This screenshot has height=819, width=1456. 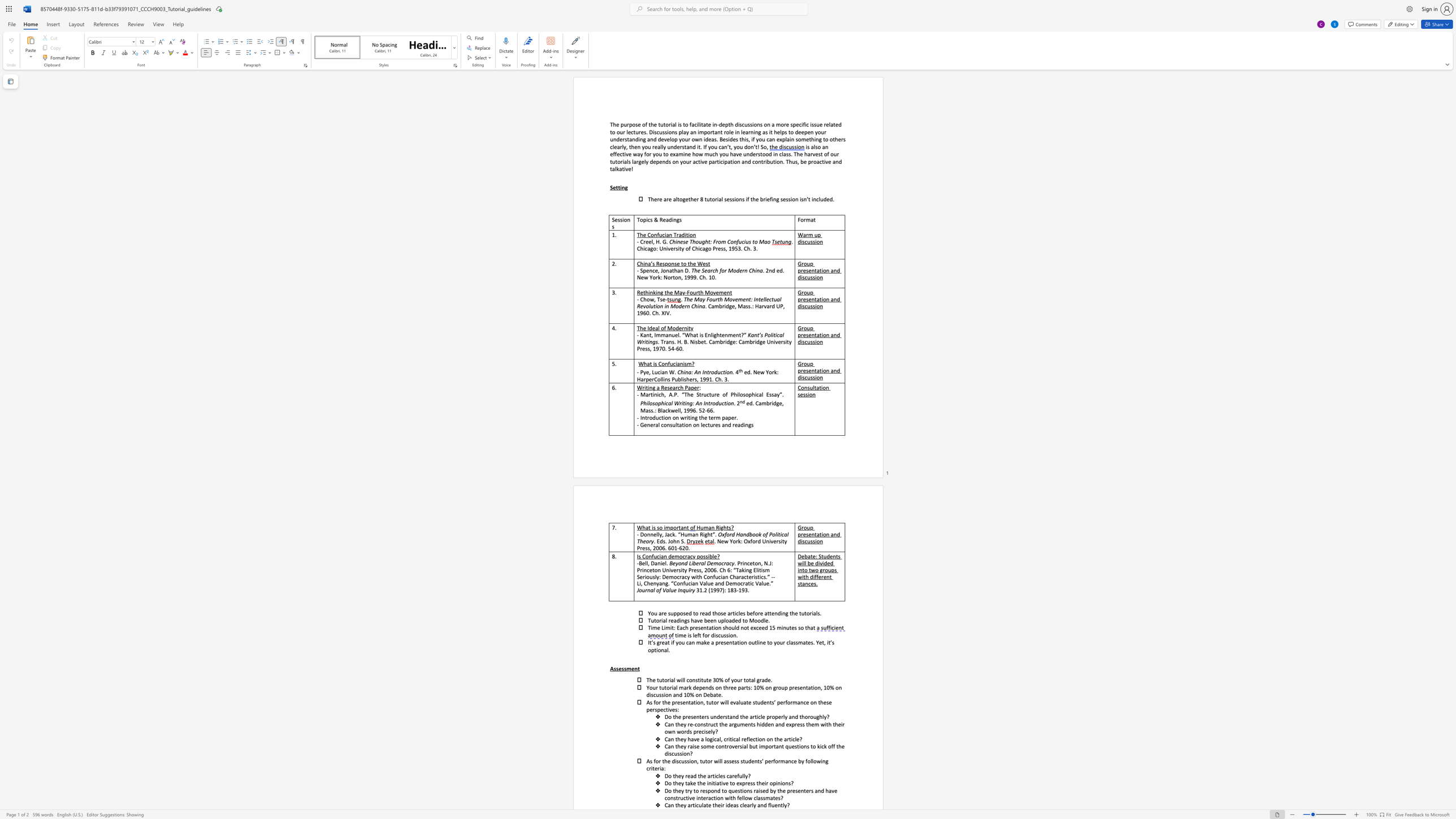 What do you see at coordinates (816, 241) in the screenshot?
I see `the subset text "on" within the text "Warm up discussion"` at bounding box center [816, 241].